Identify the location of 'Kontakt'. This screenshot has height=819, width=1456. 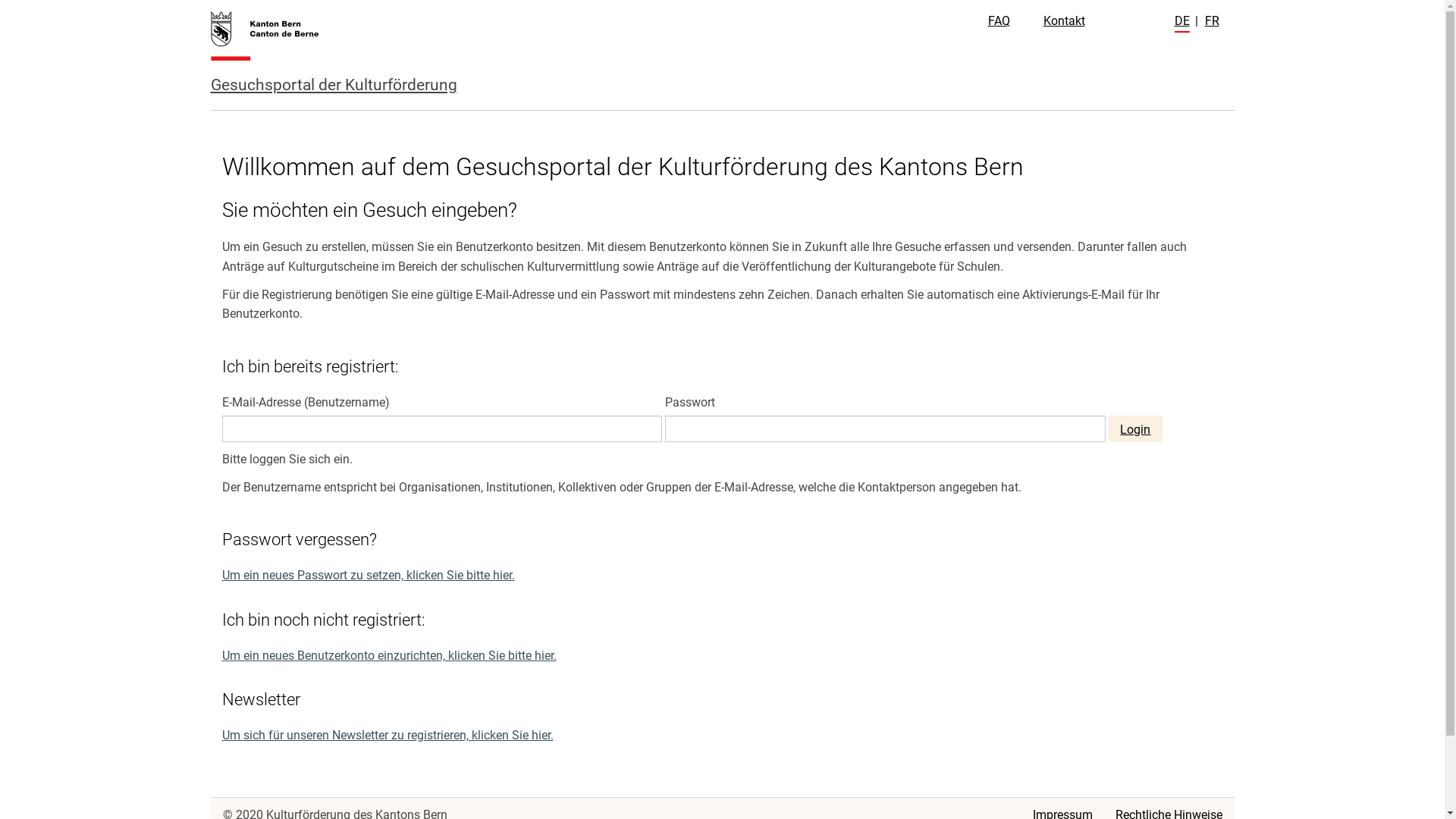
(1063, 20).